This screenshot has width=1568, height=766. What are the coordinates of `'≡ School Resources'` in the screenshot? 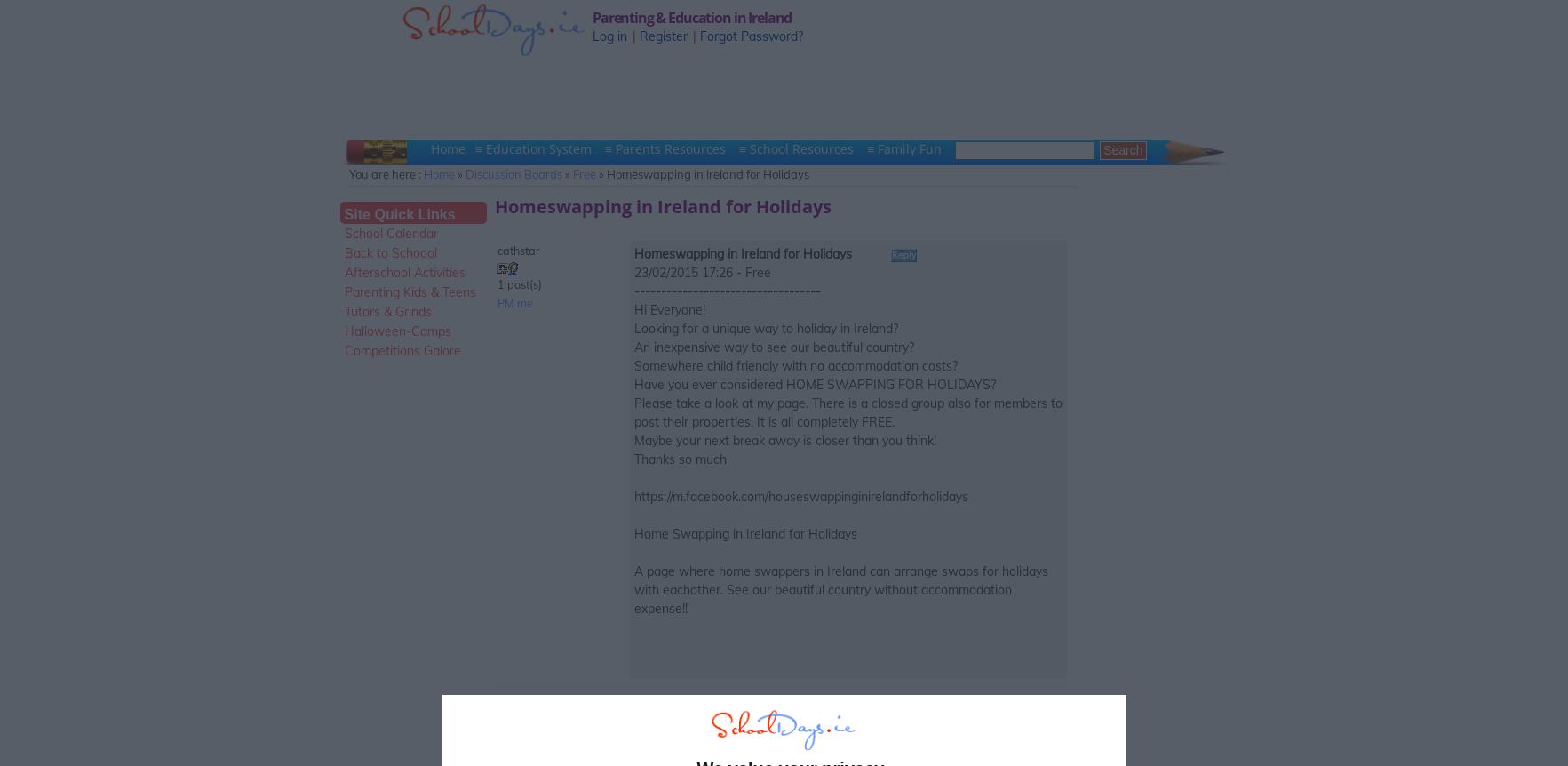 It's located at (799, 148).